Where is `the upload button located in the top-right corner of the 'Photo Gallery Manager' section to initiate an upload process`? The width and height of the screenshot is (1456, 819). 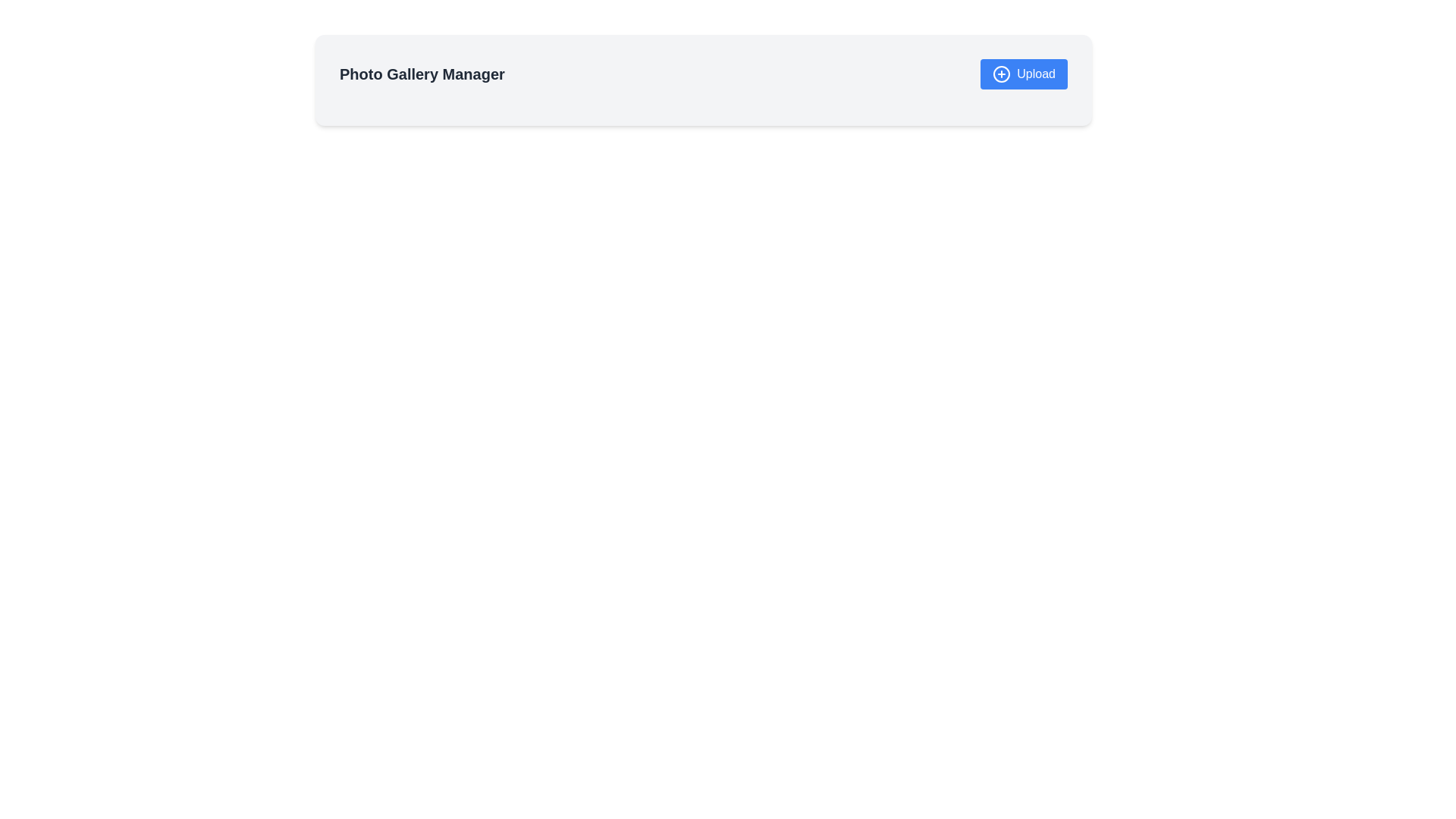
the upload button located in the top-right corner of the 'Photo Gallery Manager' section to initiate an upload process is located at coordinates (1024, 74).